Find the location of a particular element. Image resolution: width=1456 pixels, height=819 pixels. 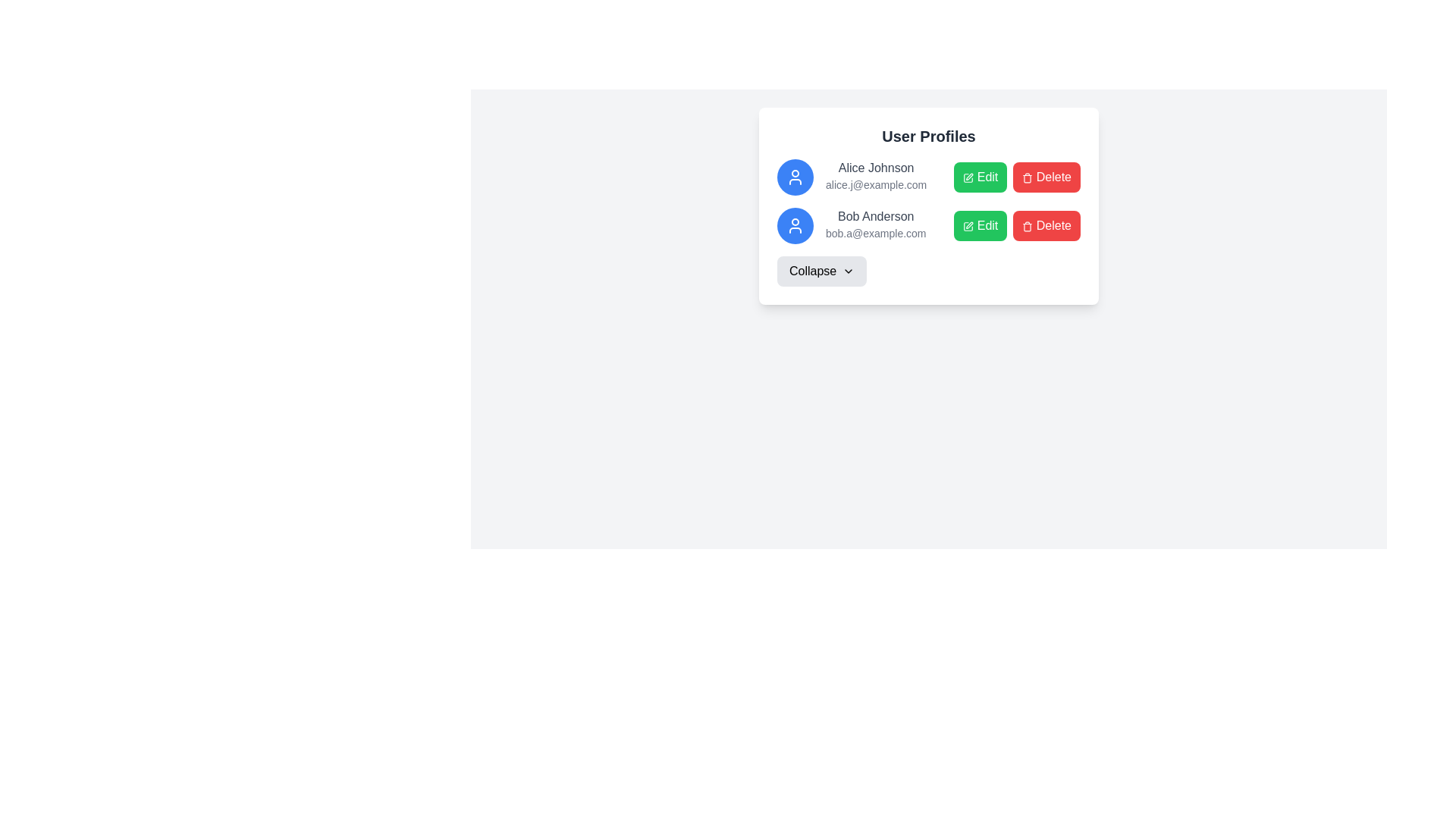

the delete button icon to execute the delete operation for the user profile is located at coordinates (1028, 226).